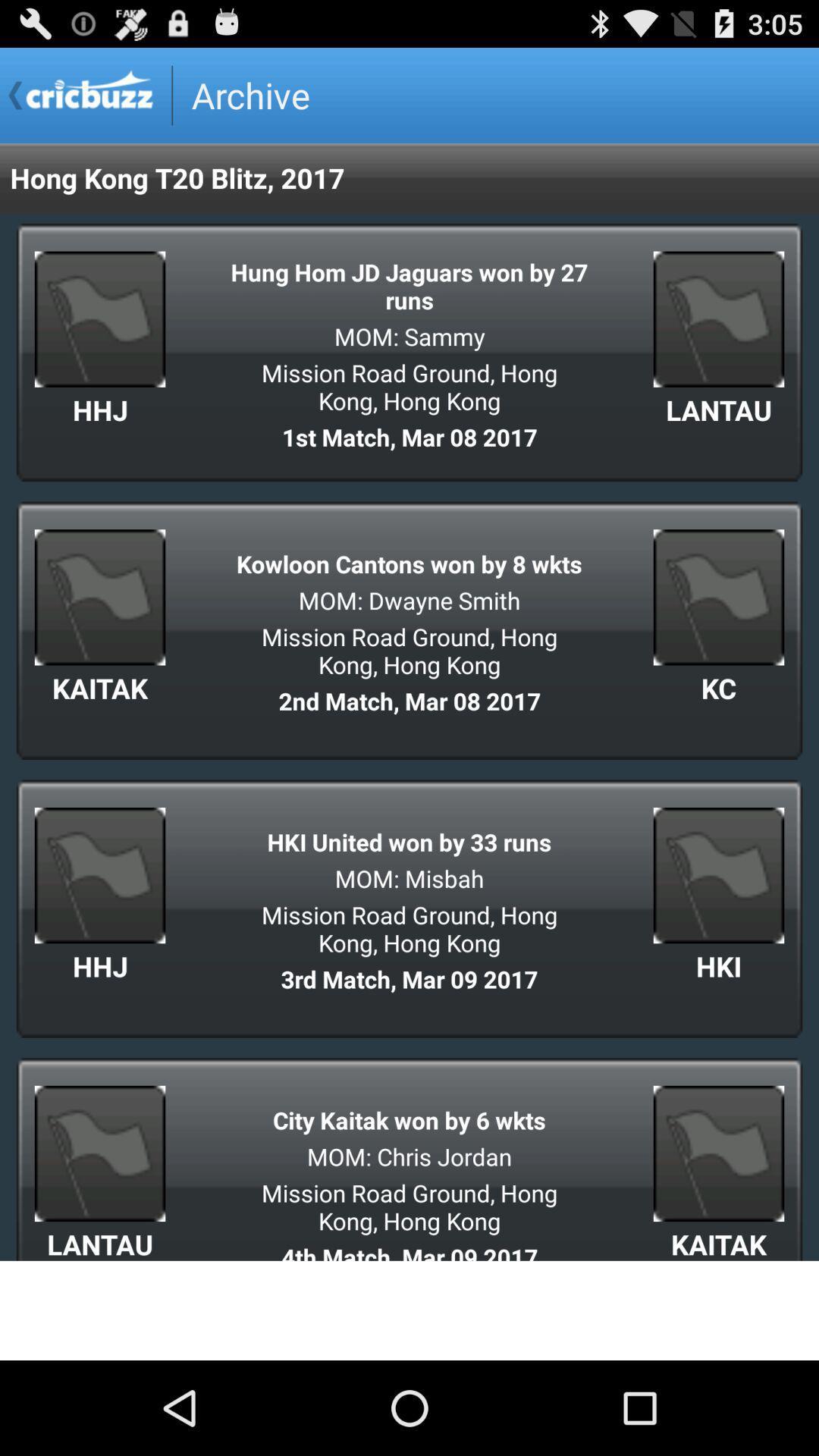 The width and height of the screenshot is (819, 1456). Describe the element at coordinates (409, 286) in the screenshot. I see `the hung hom jd` at that location.